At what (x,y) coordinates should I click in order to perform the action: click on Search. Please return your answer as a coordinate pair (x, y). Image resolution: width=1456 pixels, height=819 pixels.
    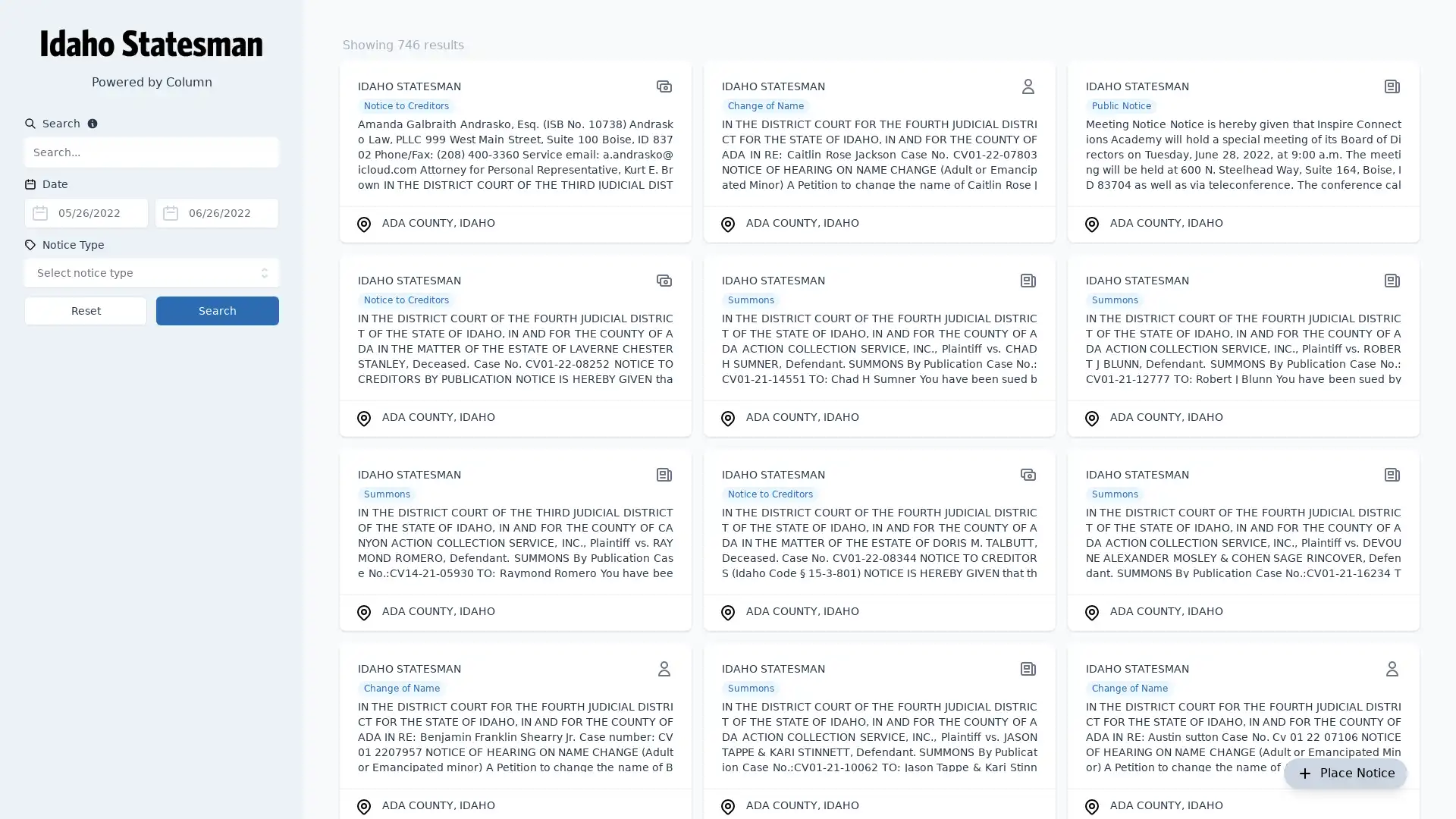
    Looking at the image, I should click on (217, 309).